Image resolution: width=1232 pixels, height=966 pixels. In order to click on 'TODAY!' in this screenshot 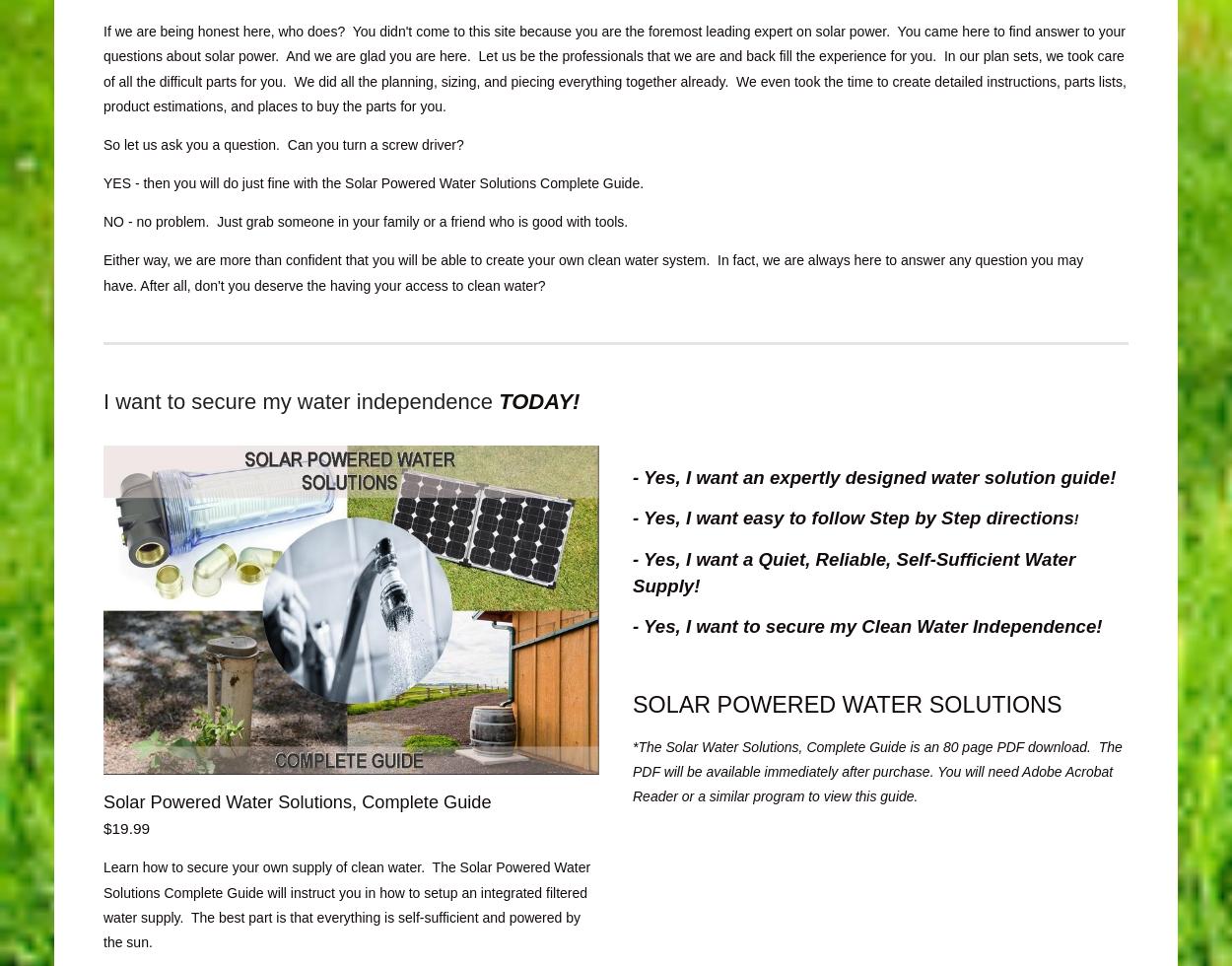, I will do `click(539, 400)`.